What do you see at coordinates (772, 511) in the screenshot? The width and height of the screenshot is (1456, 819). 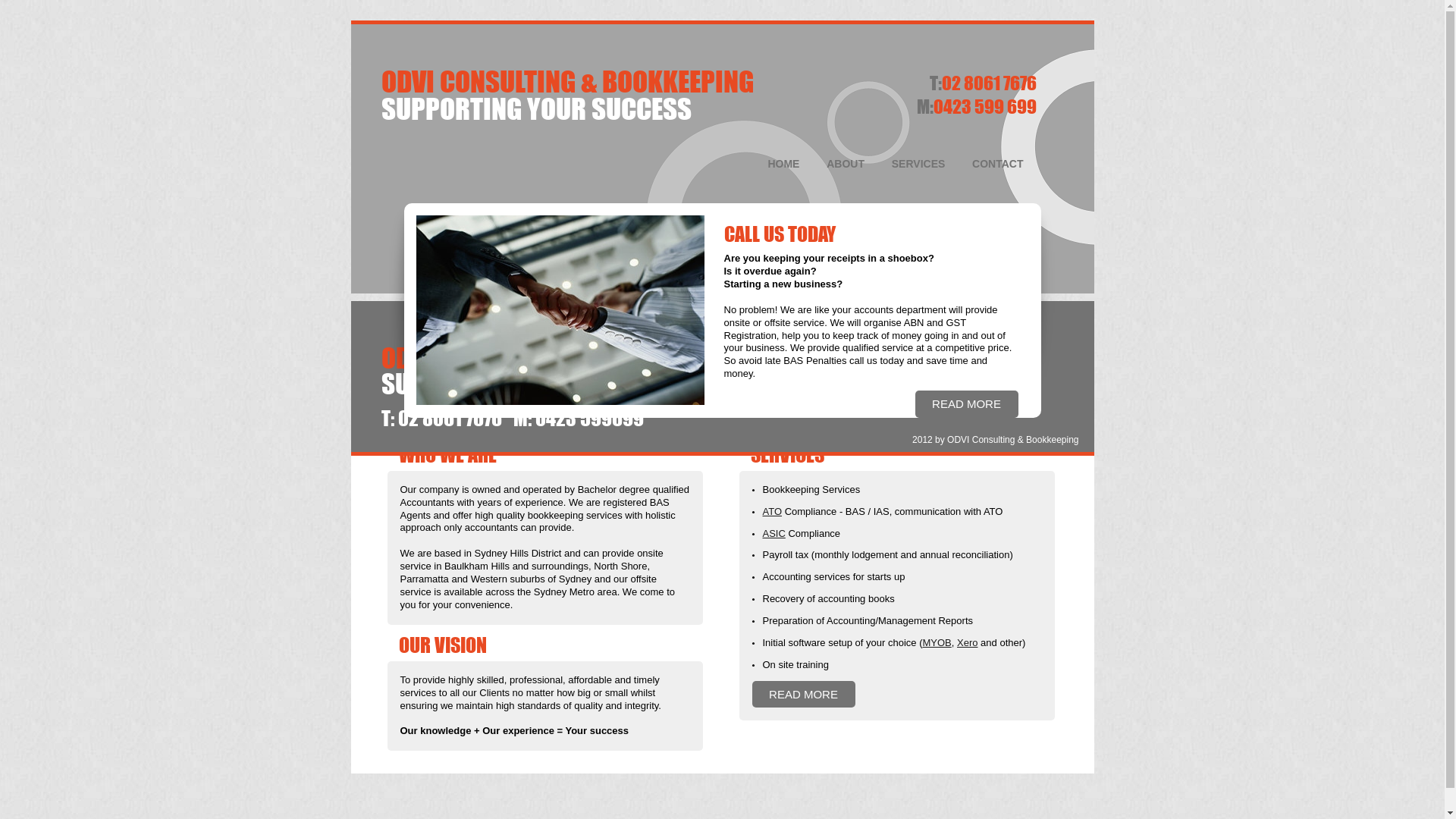 I see `'ATO'` at bounding box center [772, 511].